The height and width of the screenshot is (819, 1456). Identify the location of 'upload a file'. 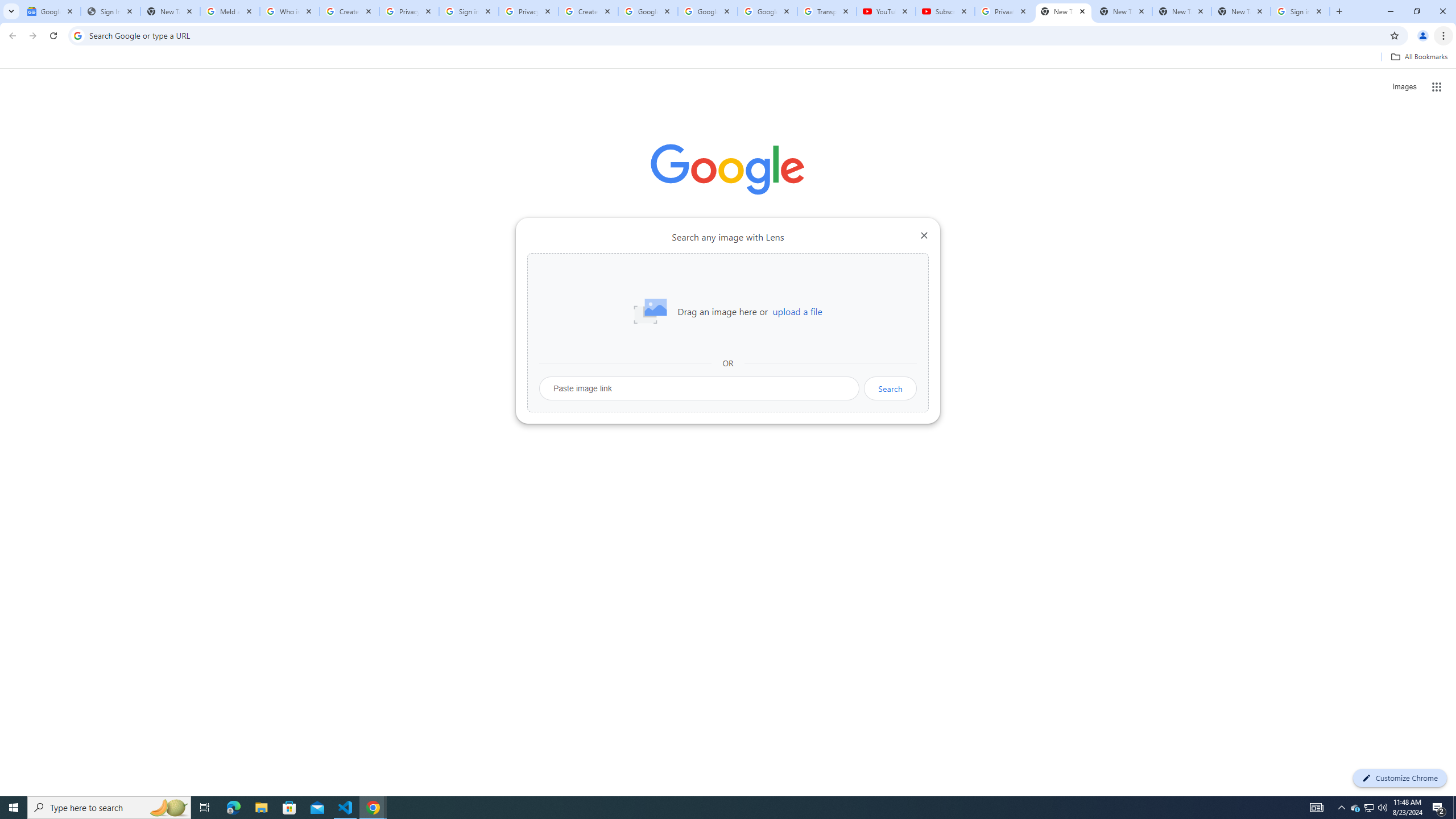
(797, 311).